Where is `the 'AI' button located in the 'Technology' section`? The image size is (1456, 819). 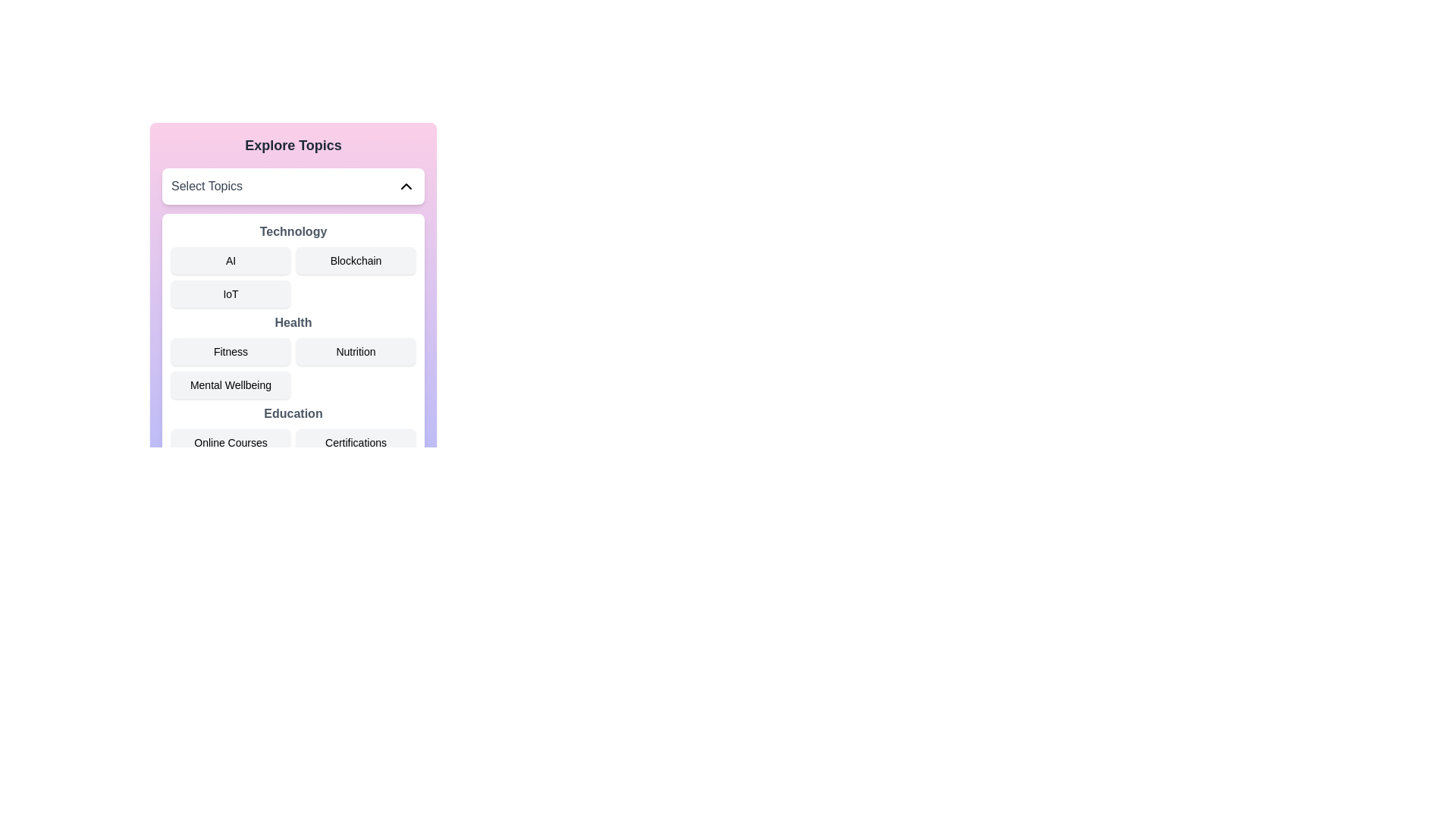 the 'AI' button located in the 'Technology' section is located at coordinates (230, 259).